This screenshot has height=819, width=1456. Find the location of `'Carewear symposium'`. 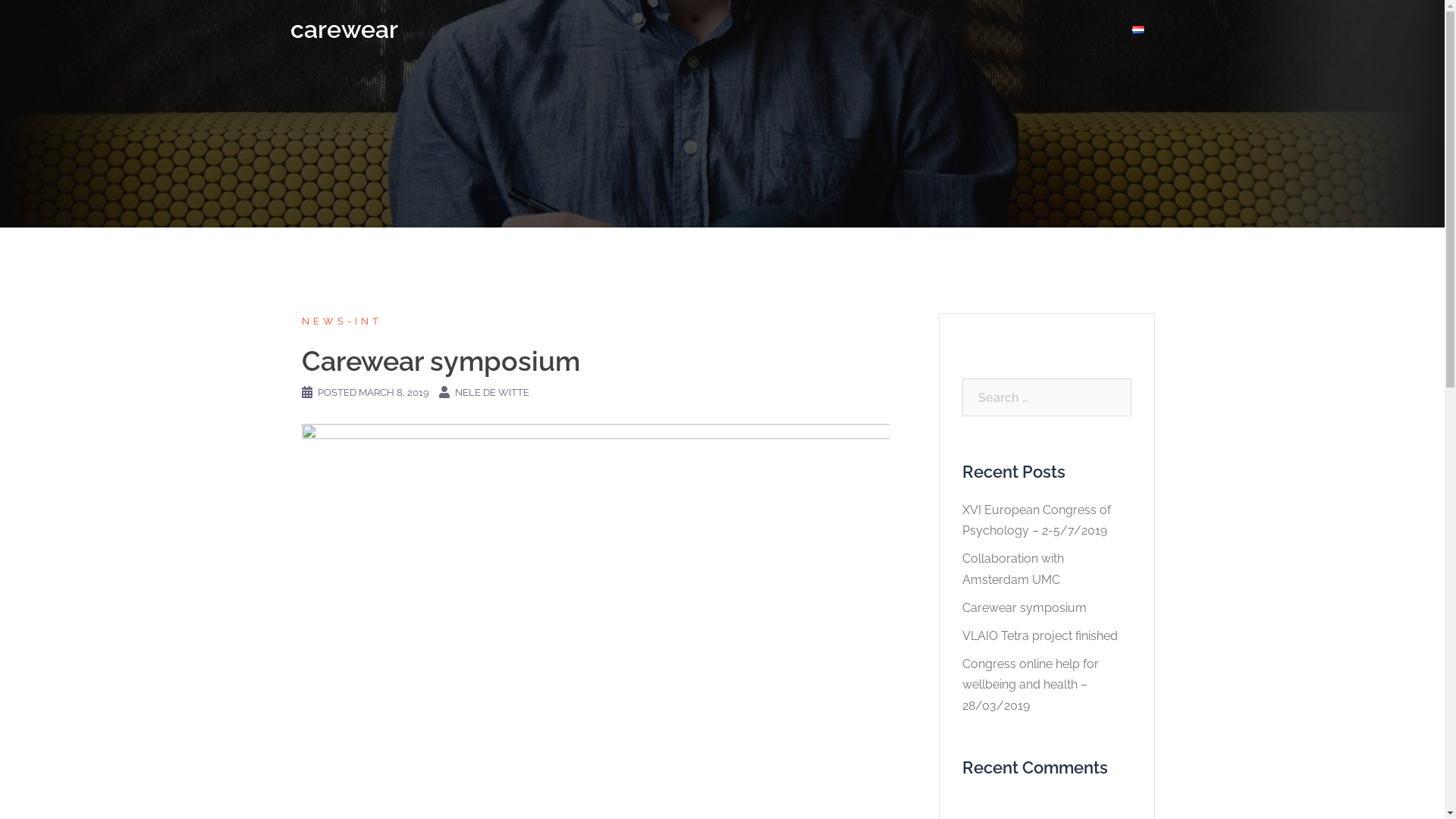

'Carewear symposium' is located at coordinates (960, 607).